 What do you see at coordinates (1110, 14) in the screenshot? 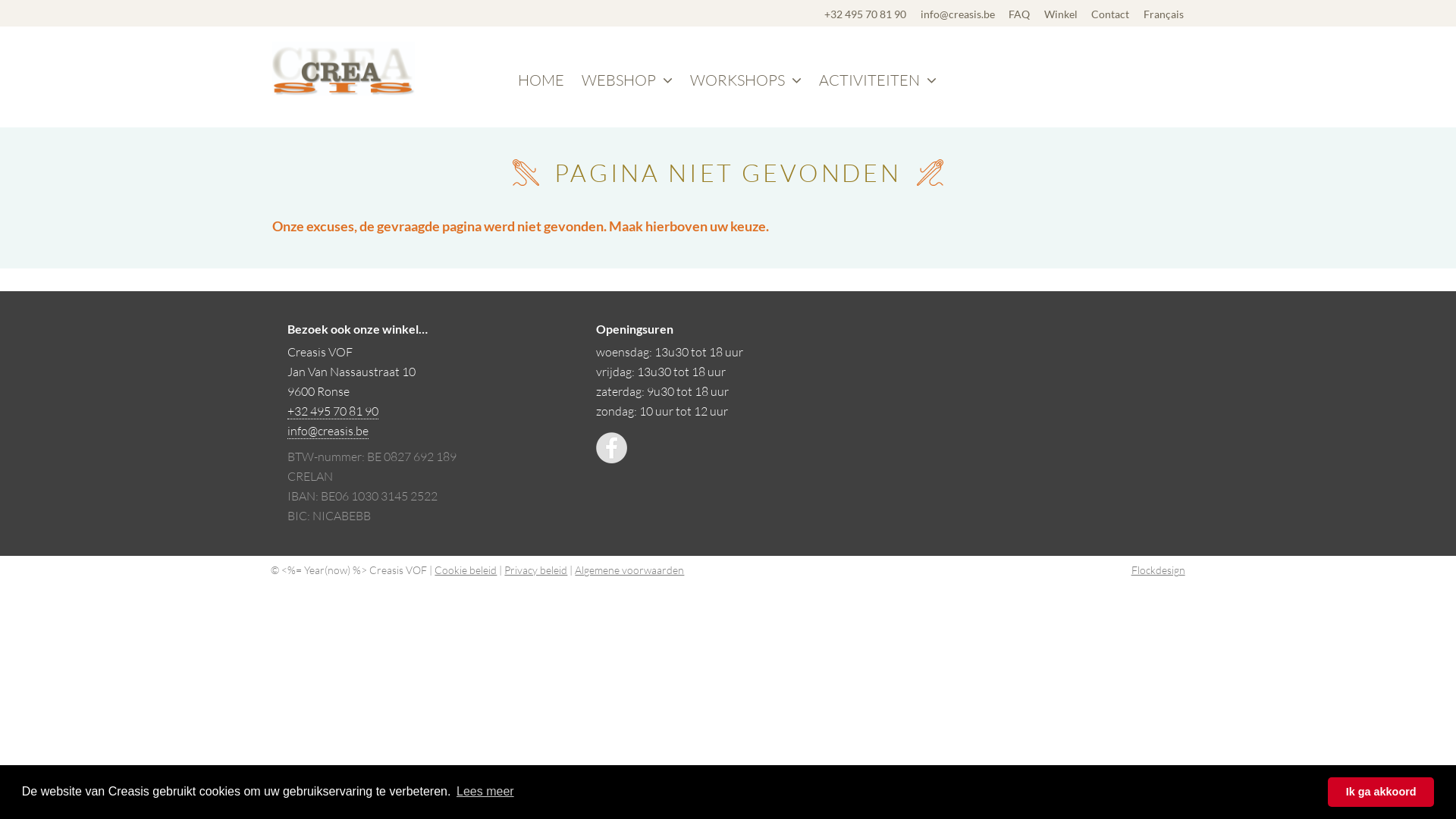
I see `'Contact'` at bounding box center [1110, 14].